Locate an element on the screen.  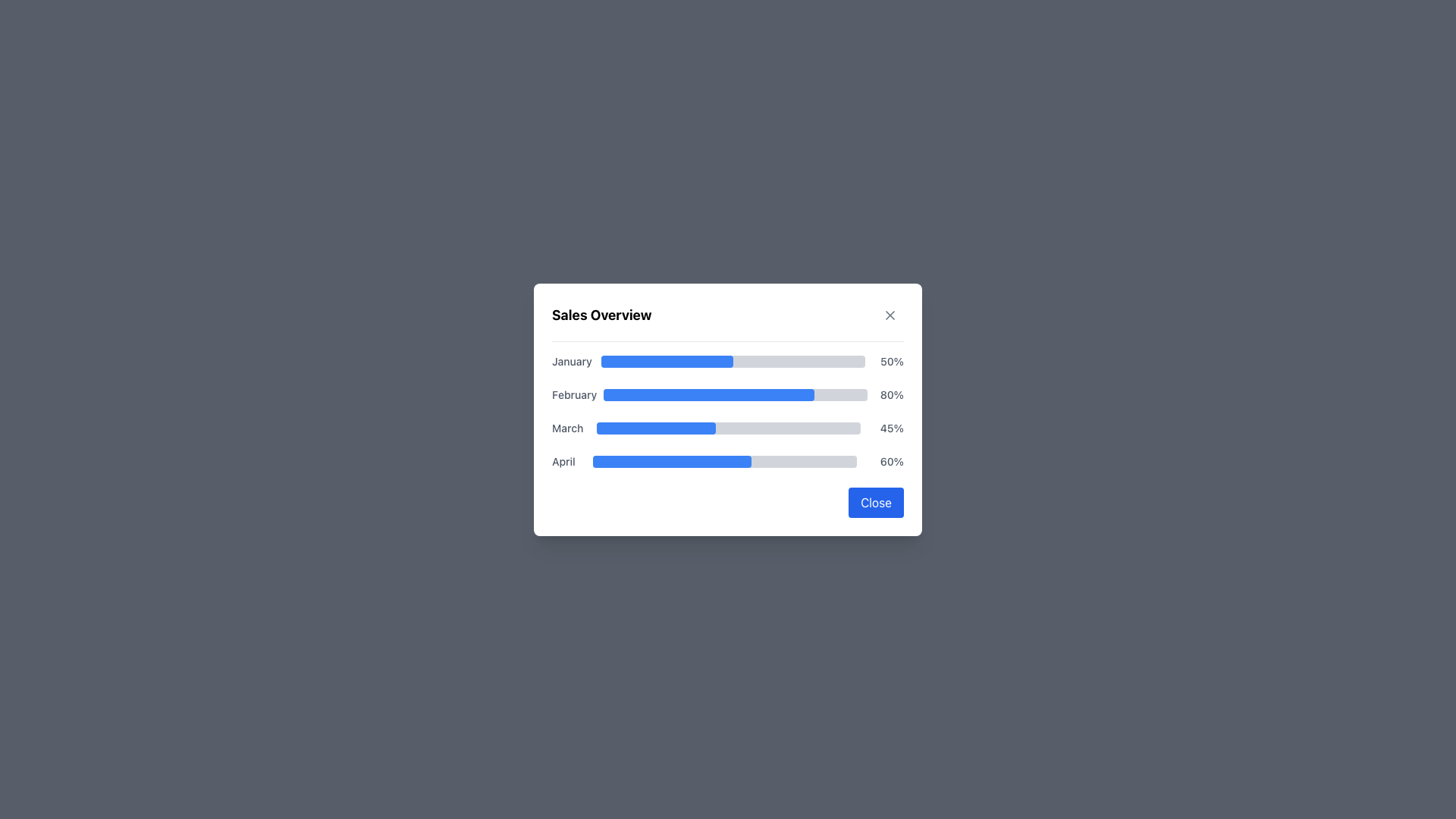
the 'X' icon button in the top-right corner of the 'Sales Overview' modal to observe any hover effects is located at coordinates (890, 314).